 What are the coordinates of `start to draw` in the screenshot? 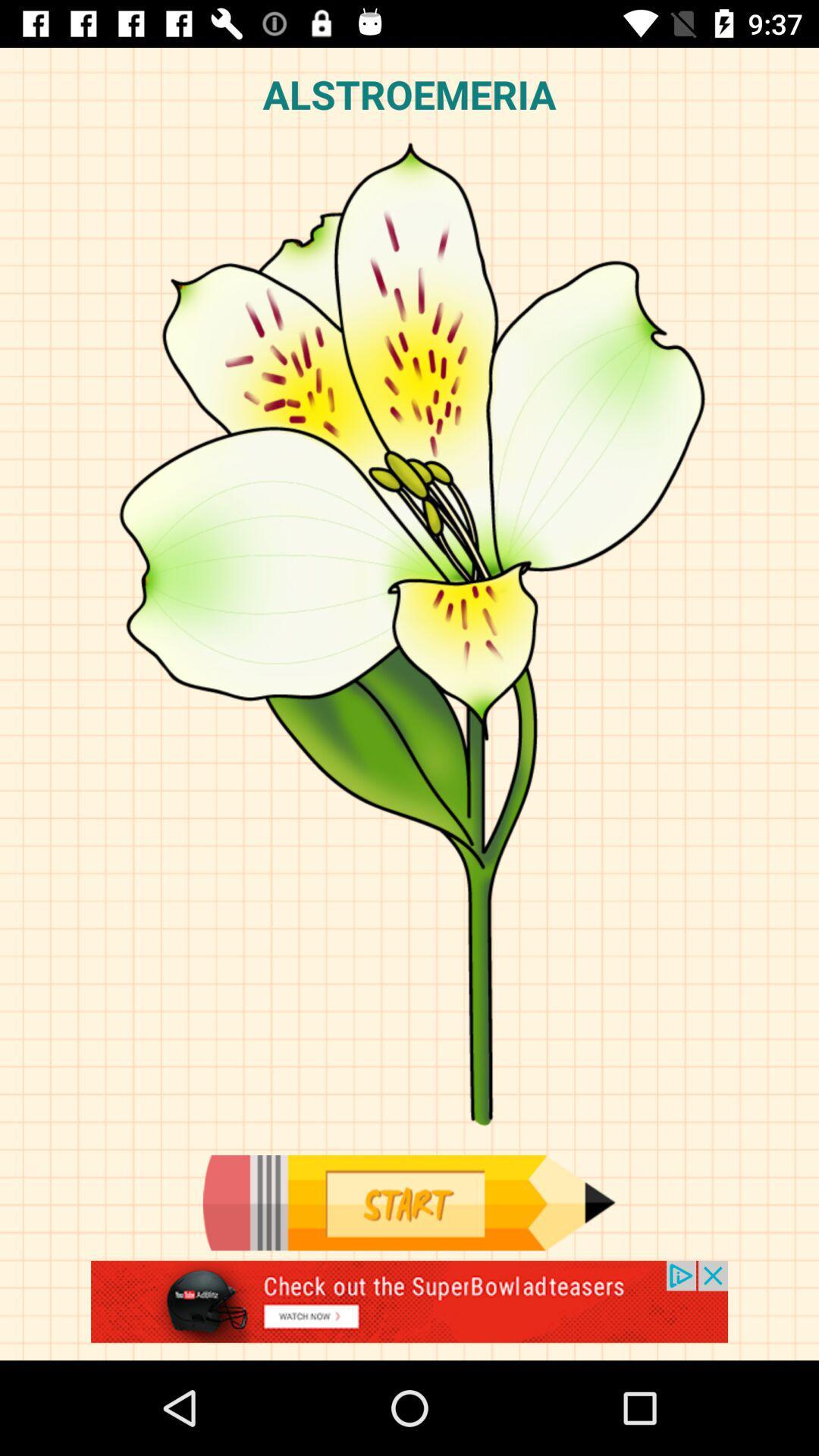 It's located at (408, 1202).